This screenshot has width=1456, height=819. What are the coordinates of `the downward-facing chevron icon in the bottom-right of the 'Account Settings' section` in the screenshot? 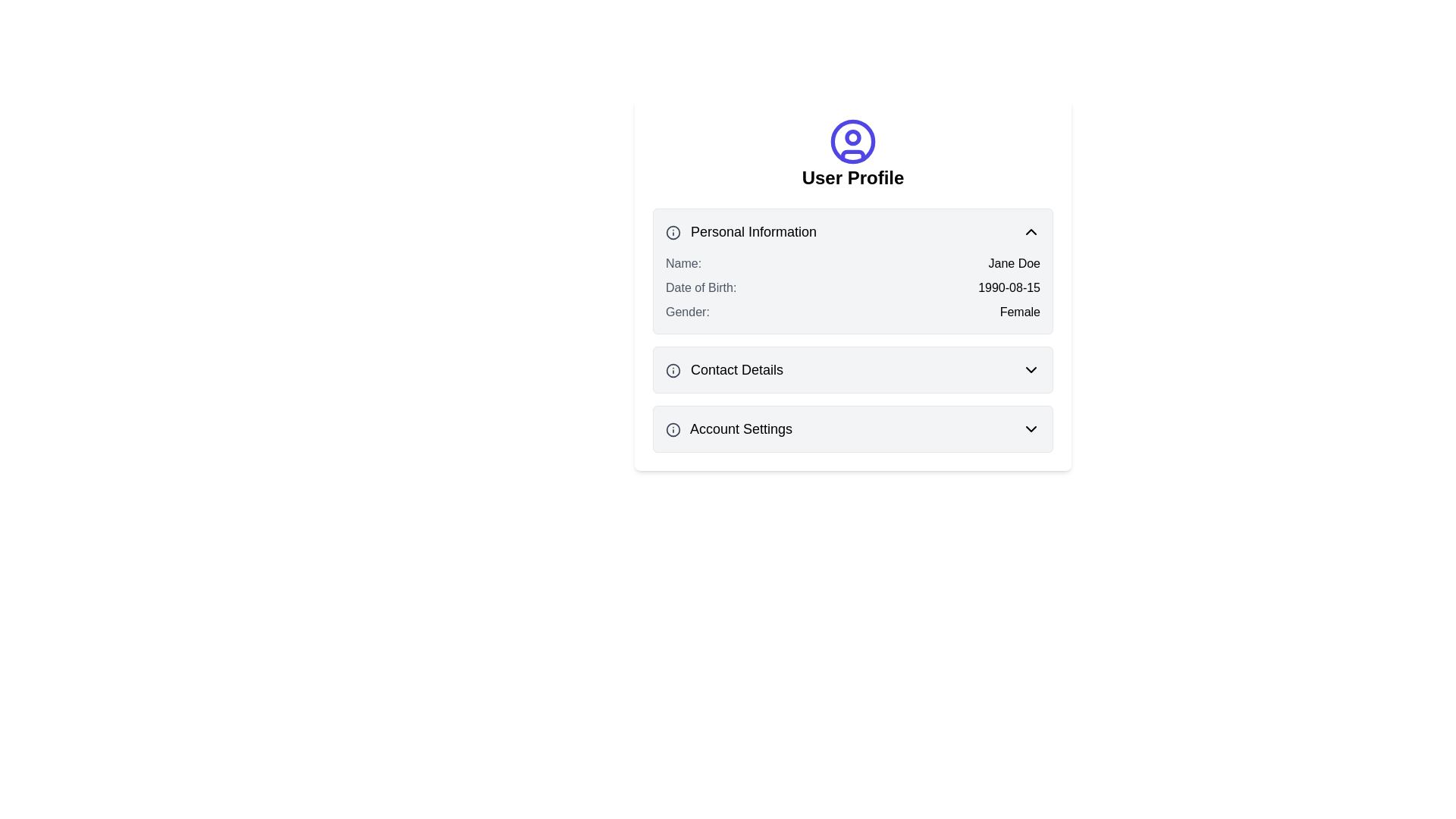 It's located at (1031, 429).